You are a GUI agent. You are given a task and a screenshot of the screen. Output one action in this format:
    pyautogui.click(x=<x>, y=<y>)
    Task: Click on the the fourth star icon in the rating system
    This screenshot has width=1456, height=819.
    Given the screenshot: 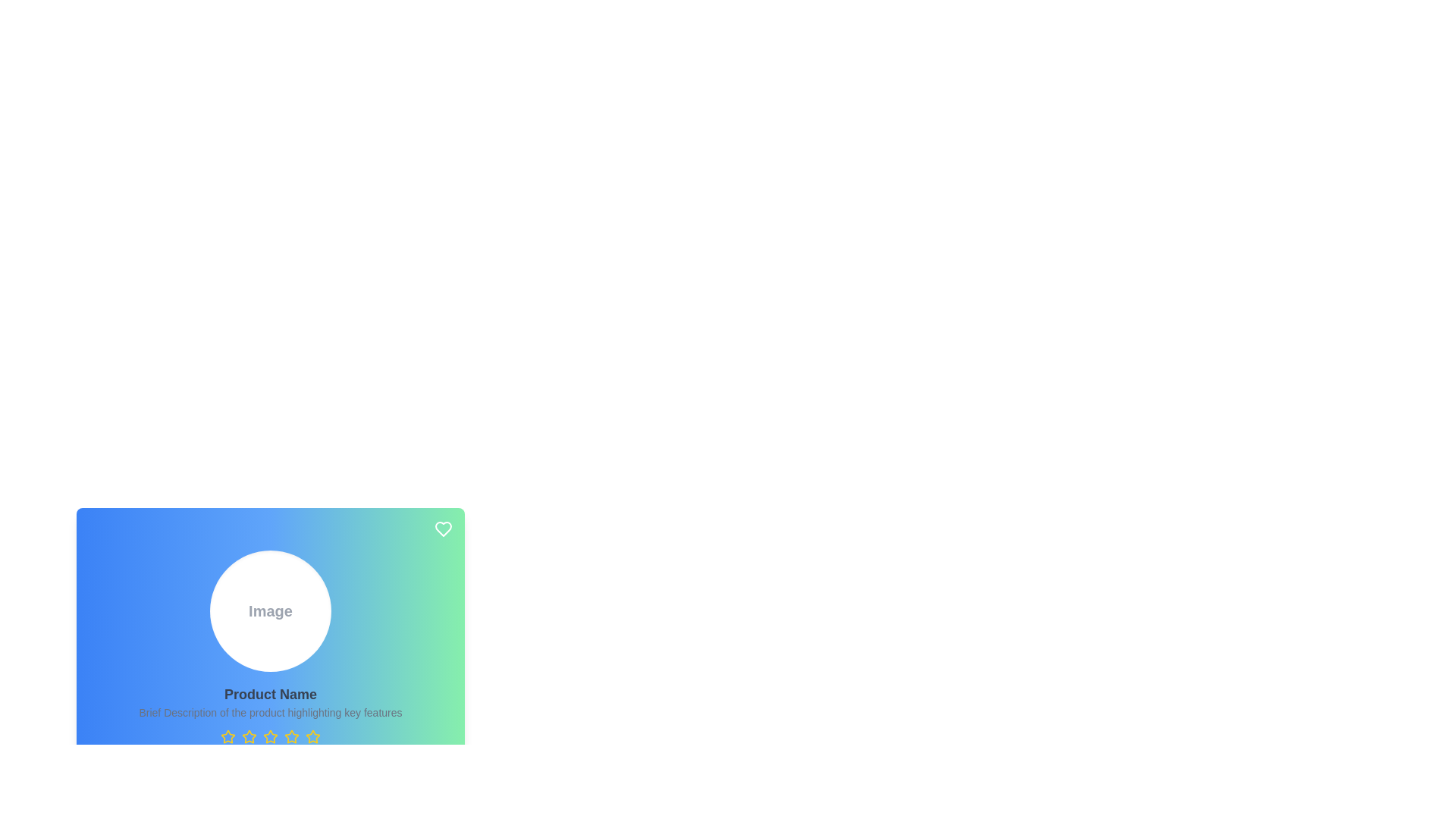 What is the action you would take?
    pyautogui.click(x=291, y=736)
    